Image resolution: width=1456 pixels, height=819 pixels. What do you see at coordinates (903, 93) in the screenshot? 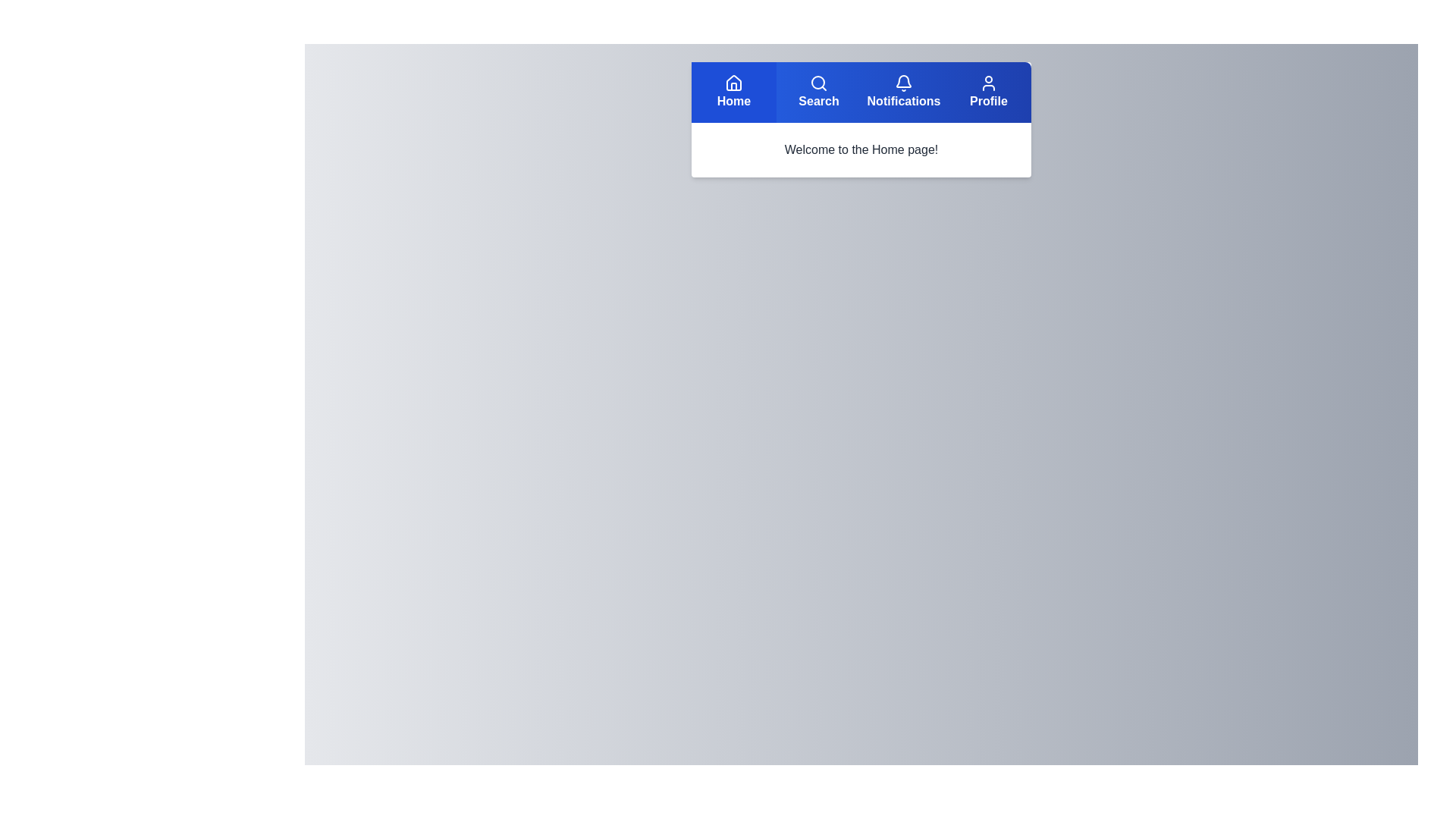
I see `the Notifications button in the navigation bar` at bounding box center [903, 93].